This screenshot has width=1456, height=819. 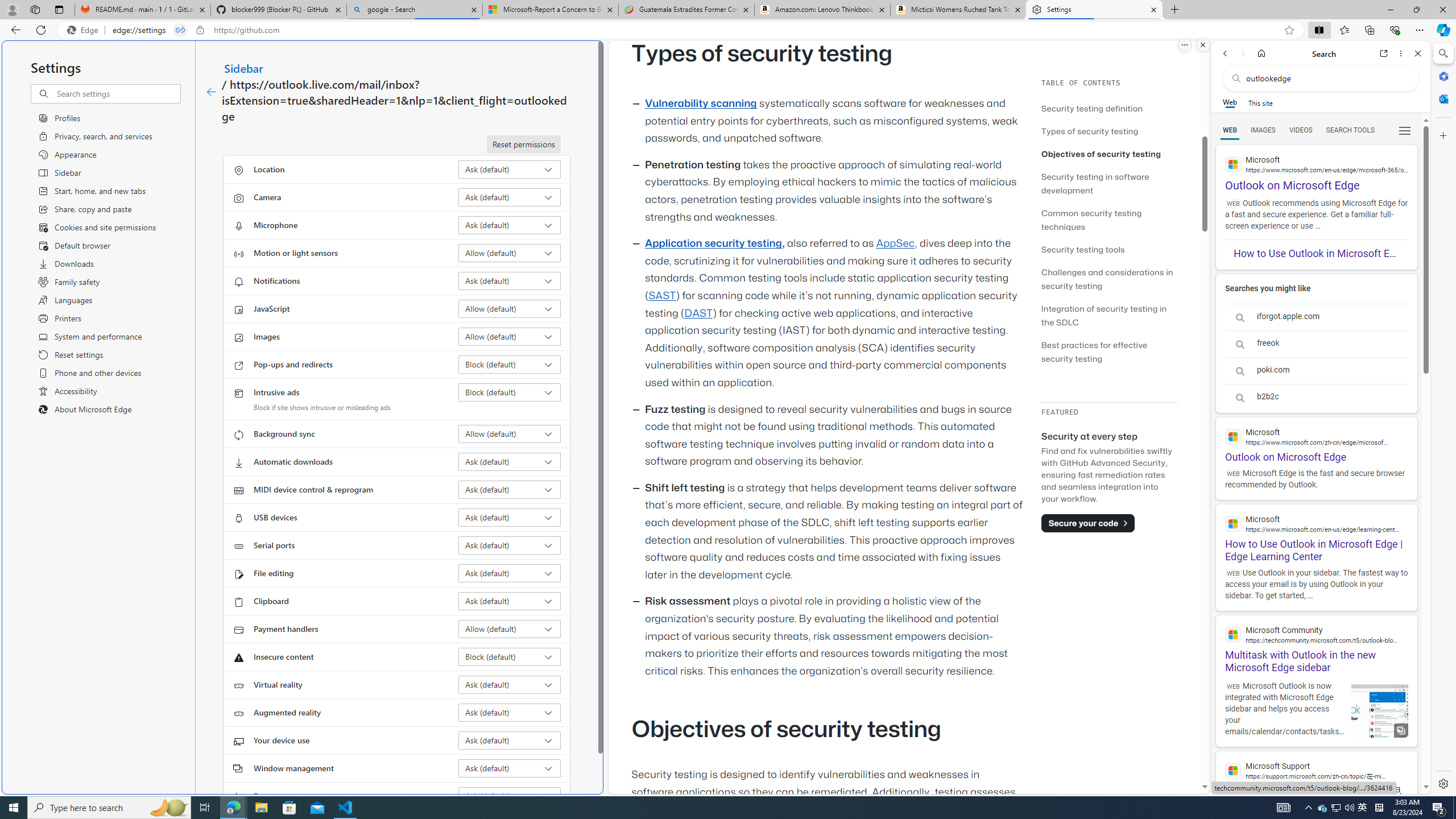 I want to click on 'Your device use Ask (default)', so click(x=510, y=740).